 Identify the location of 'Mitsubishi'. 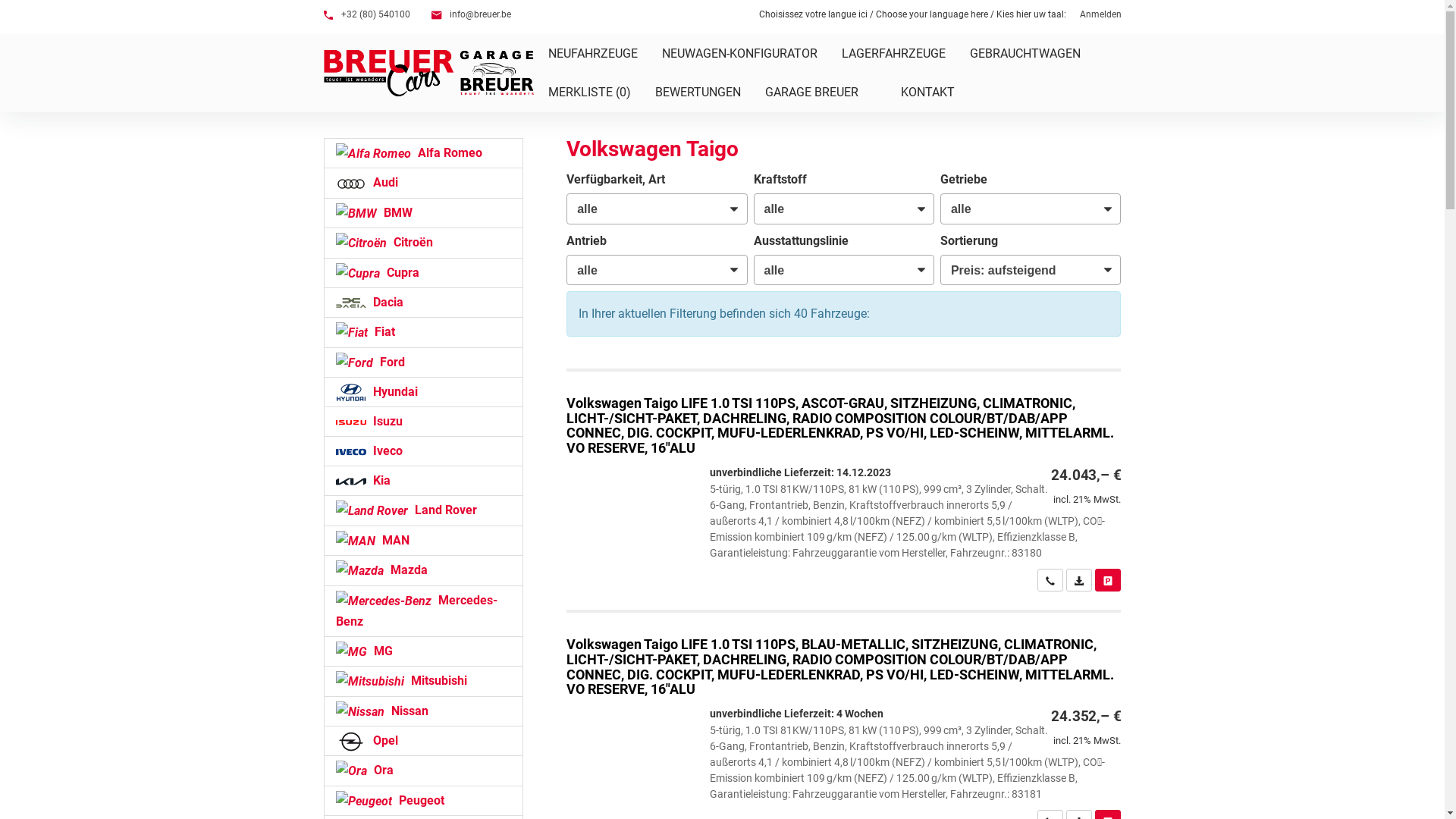
(422, 680).